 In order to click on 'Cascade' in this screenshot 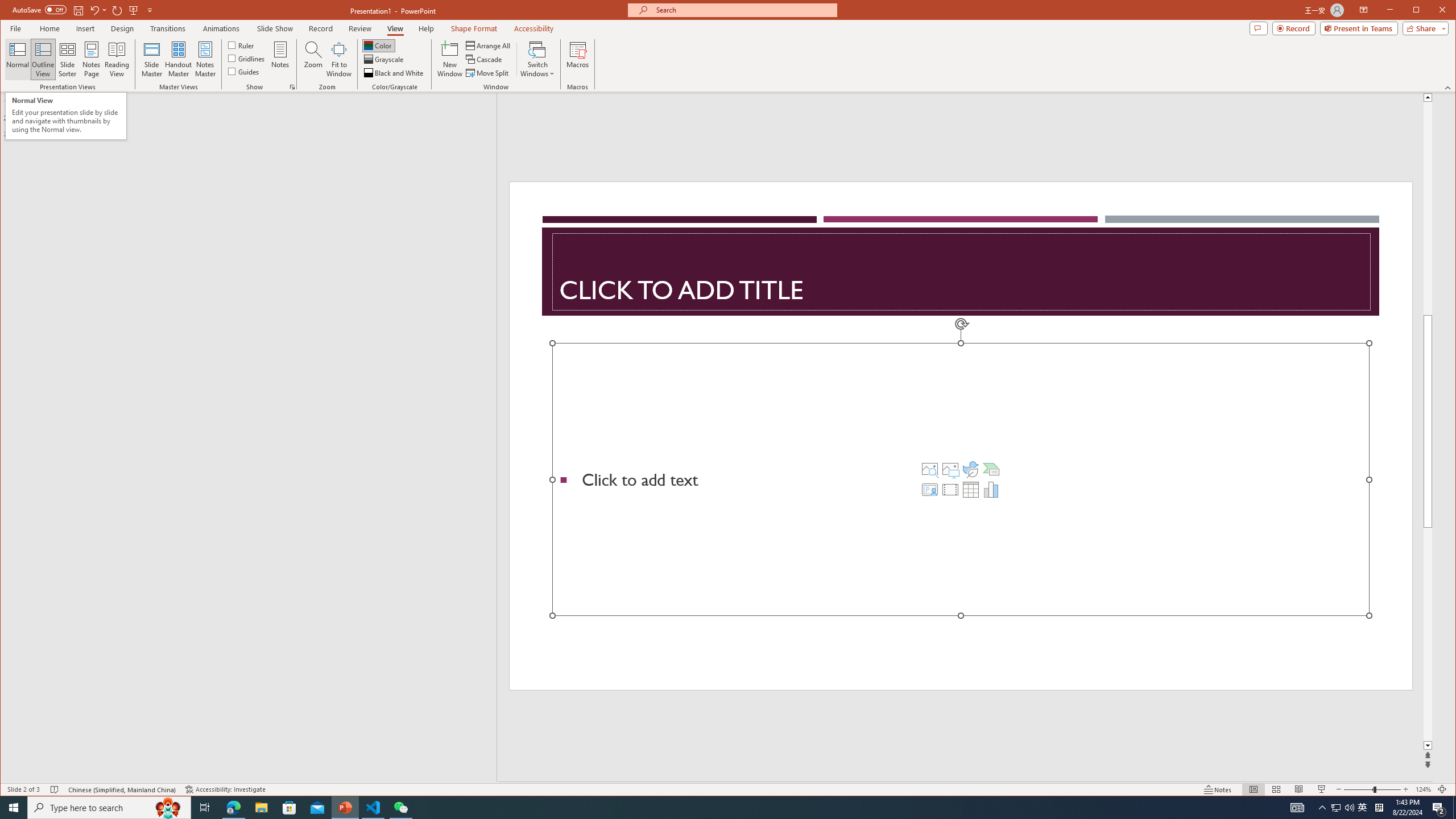, I will do `click(484, 59)`.